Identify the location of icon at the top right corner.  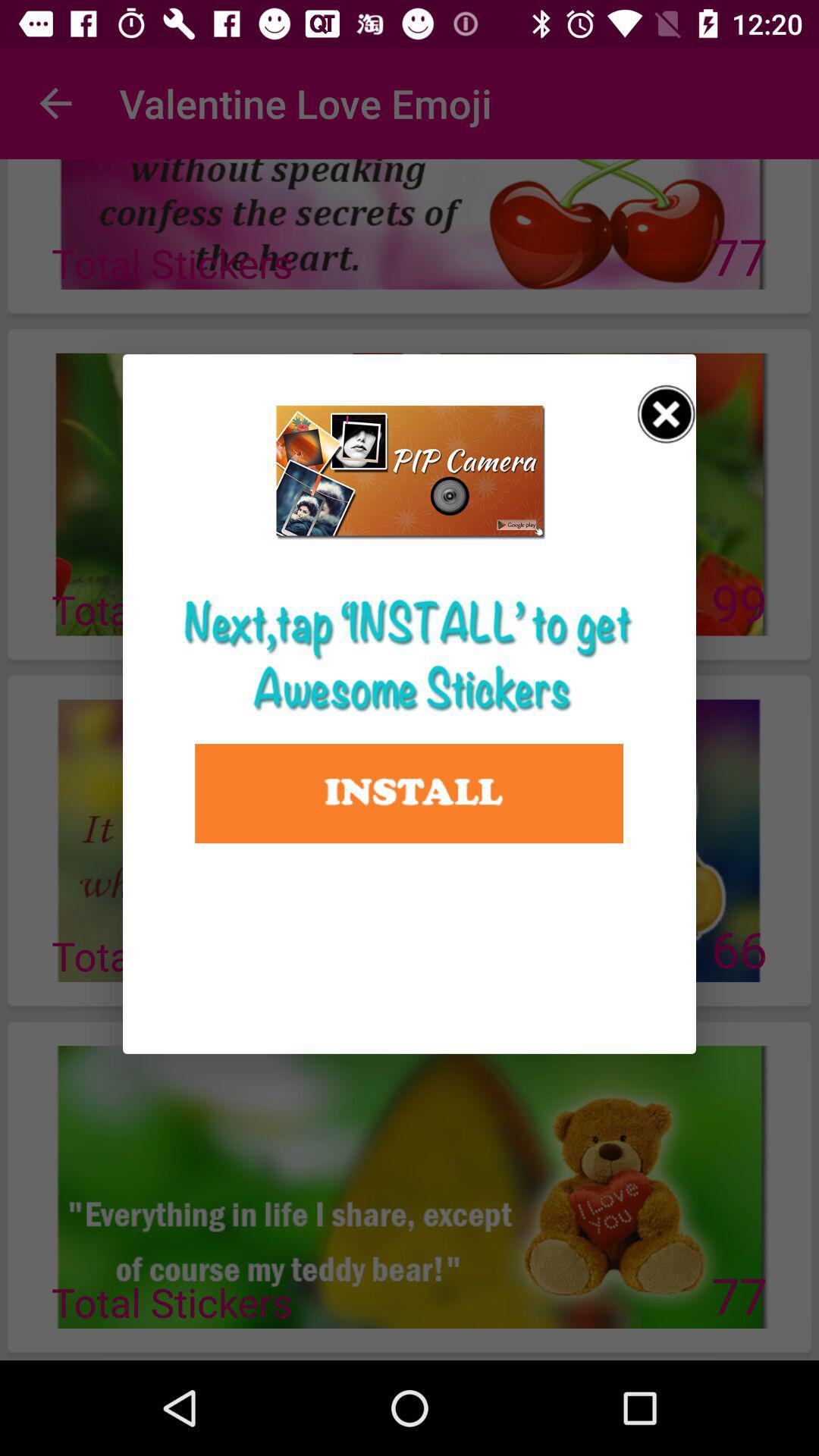
(666, 414).